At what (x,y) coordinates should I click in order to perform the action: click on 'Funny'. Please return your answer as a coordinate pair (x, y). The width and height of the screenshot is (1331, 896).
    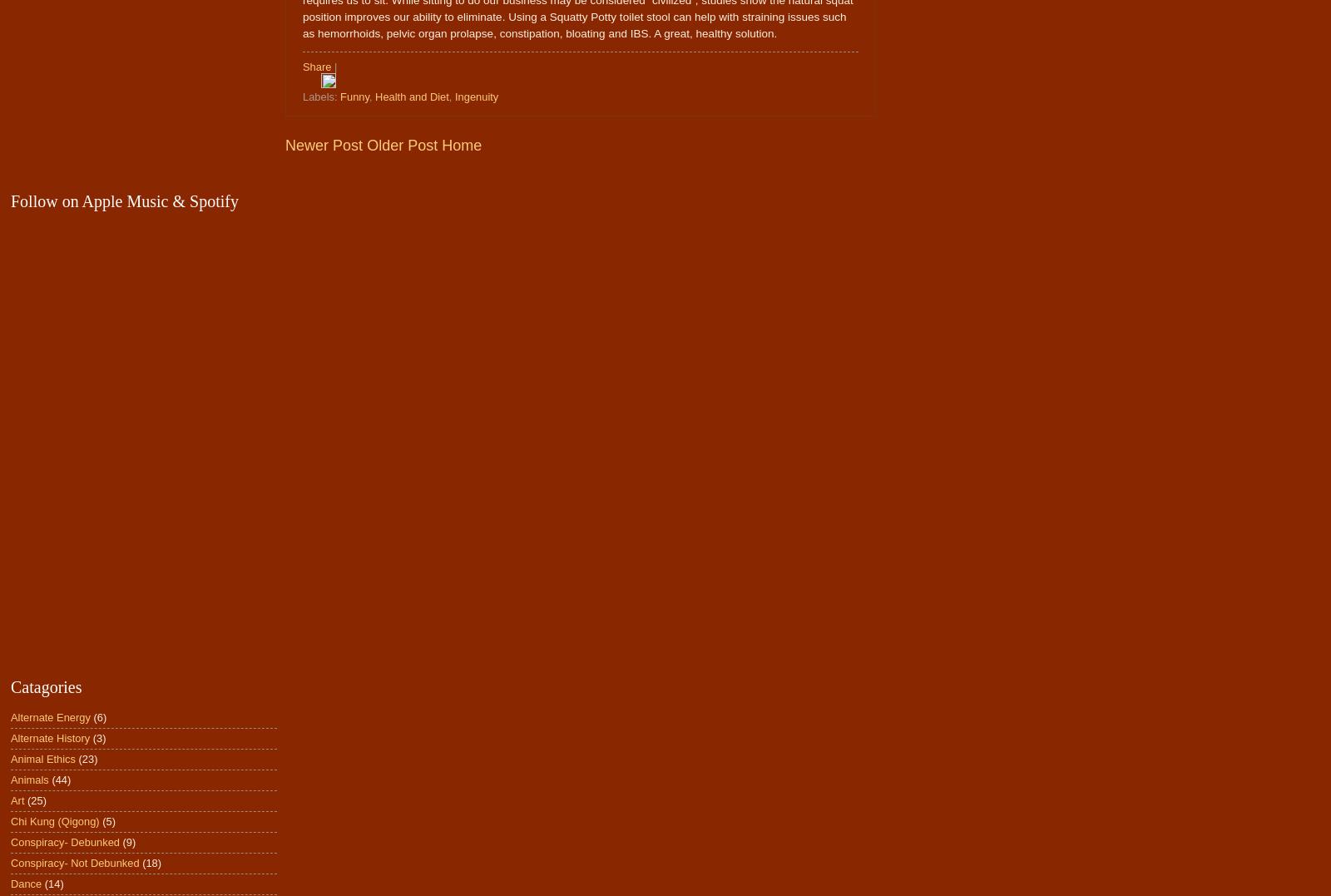
    Looking at the image, I should click on (353, 95).